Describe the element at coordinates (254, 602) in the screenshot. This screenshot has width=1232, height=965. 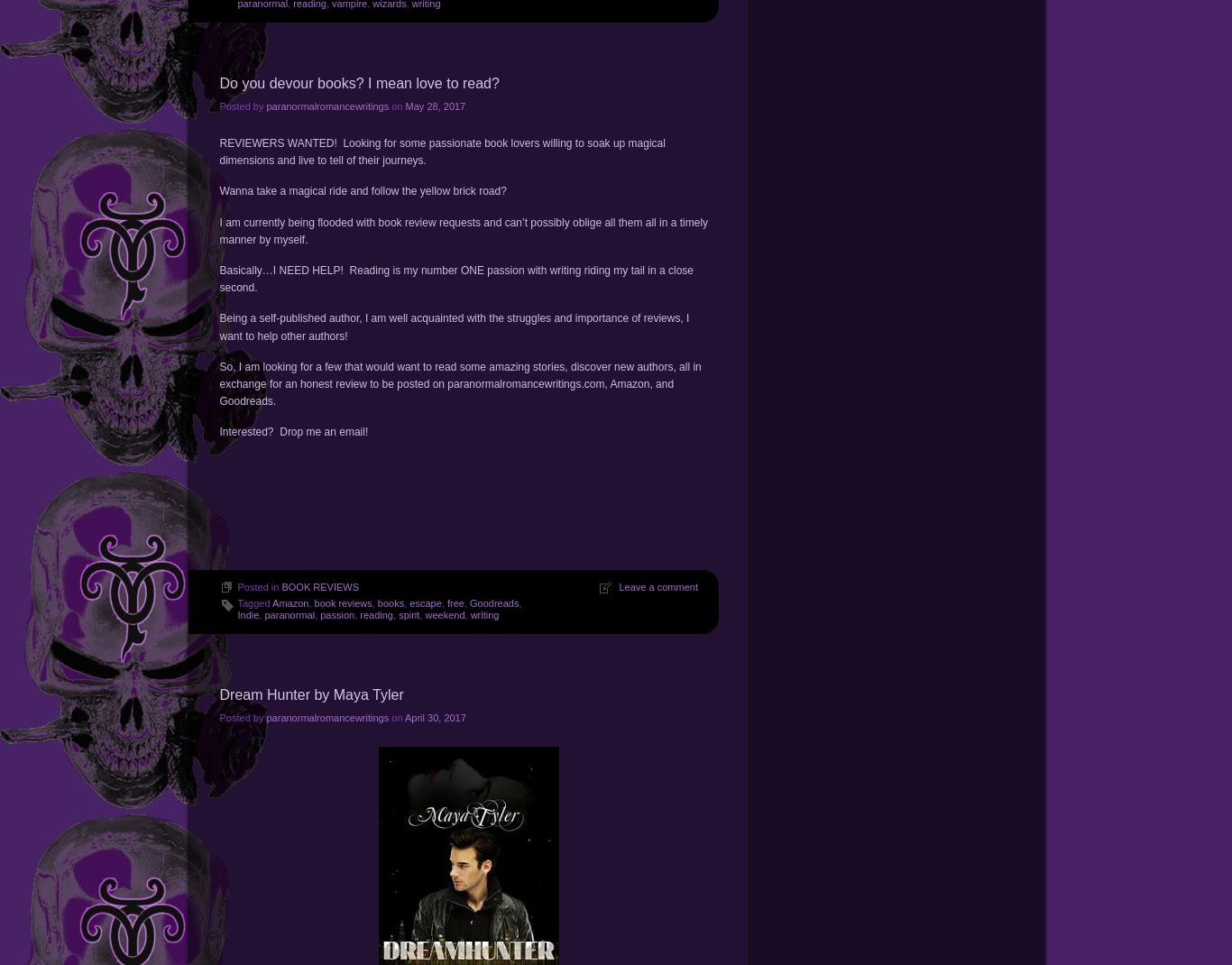
I see `'Tagged'` at that location.